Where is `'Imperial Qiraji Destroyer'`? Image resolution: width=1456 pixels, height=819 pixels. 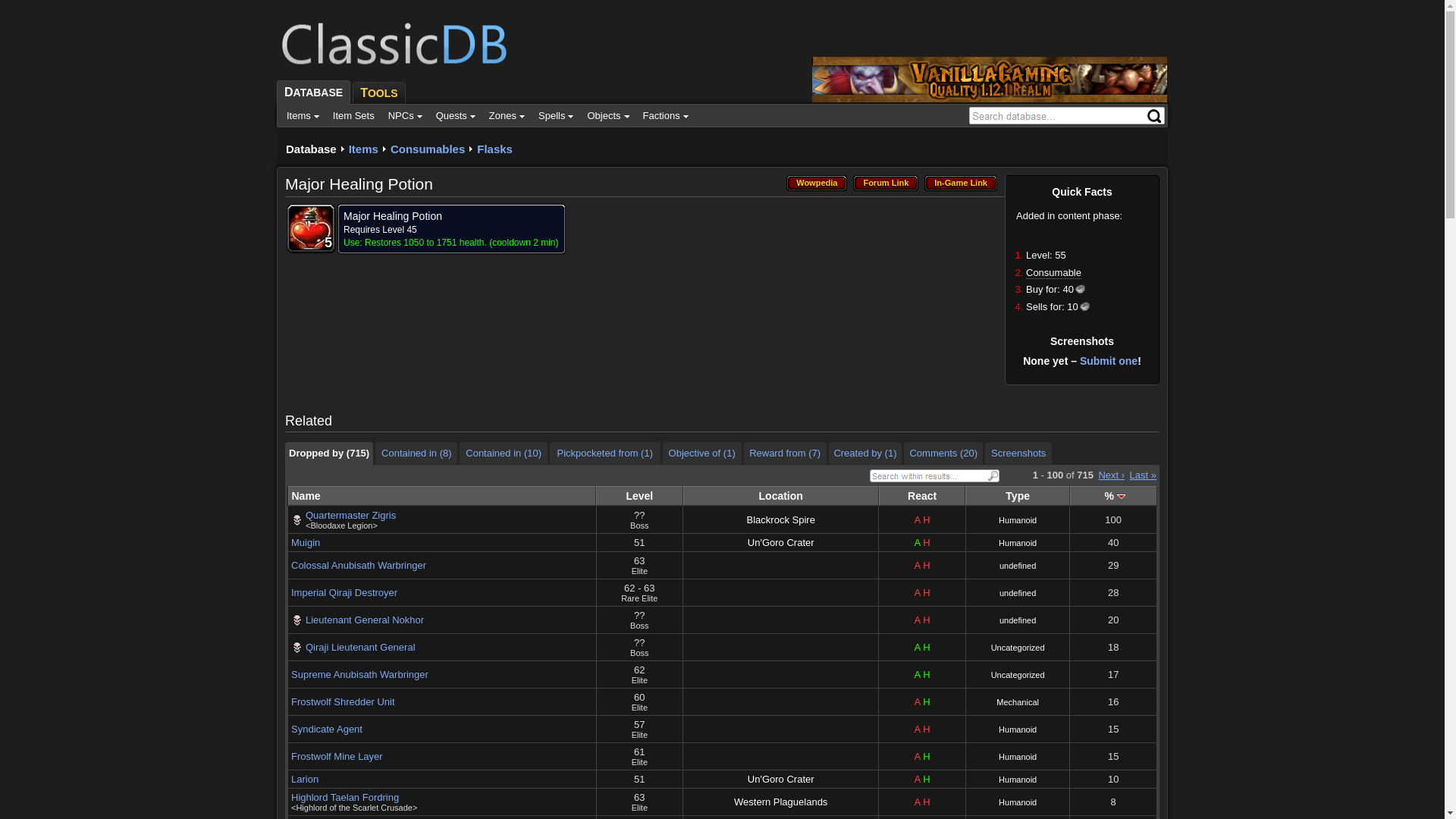 'Imperial Qiraji Destroyer' is located at coordinates (344, 591).